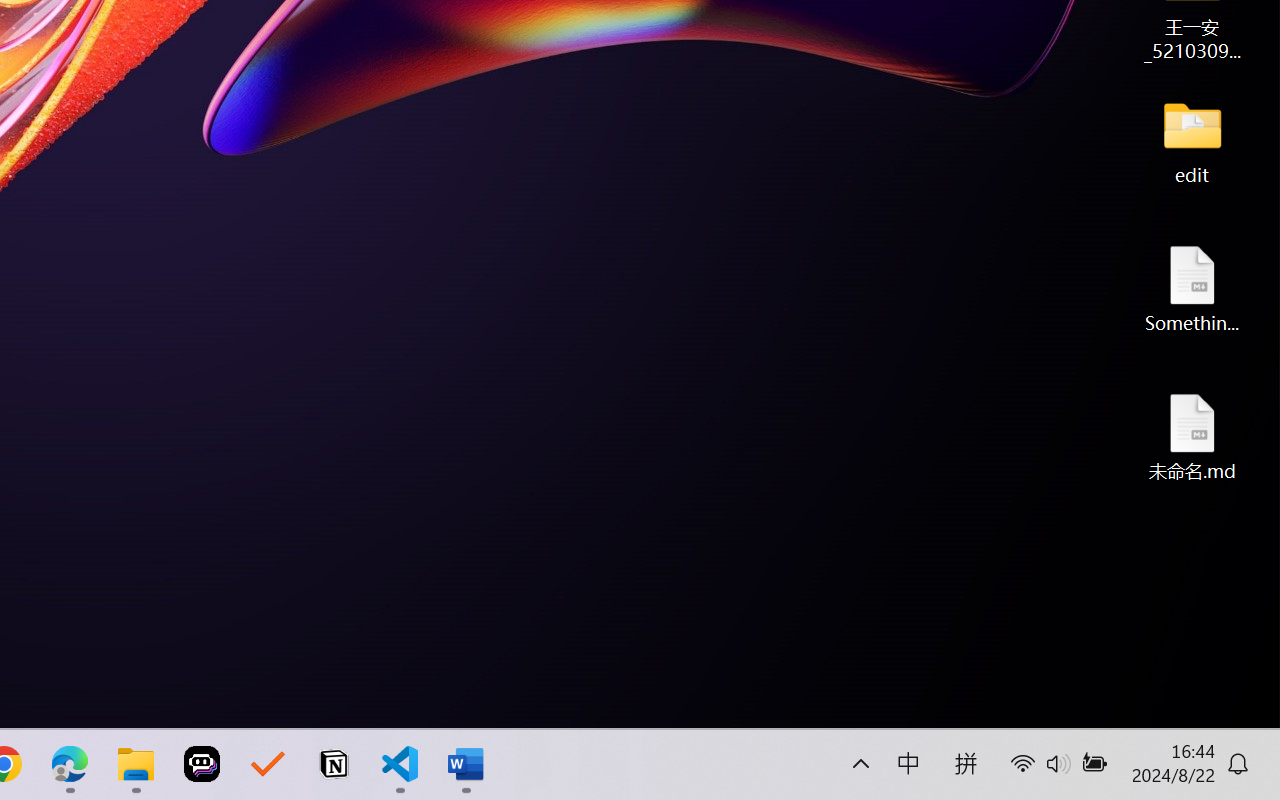  What do you see at coordinates (1192, 288) in the screenshot?
I see `'Something.md'` at bounding box center [1192, 288].